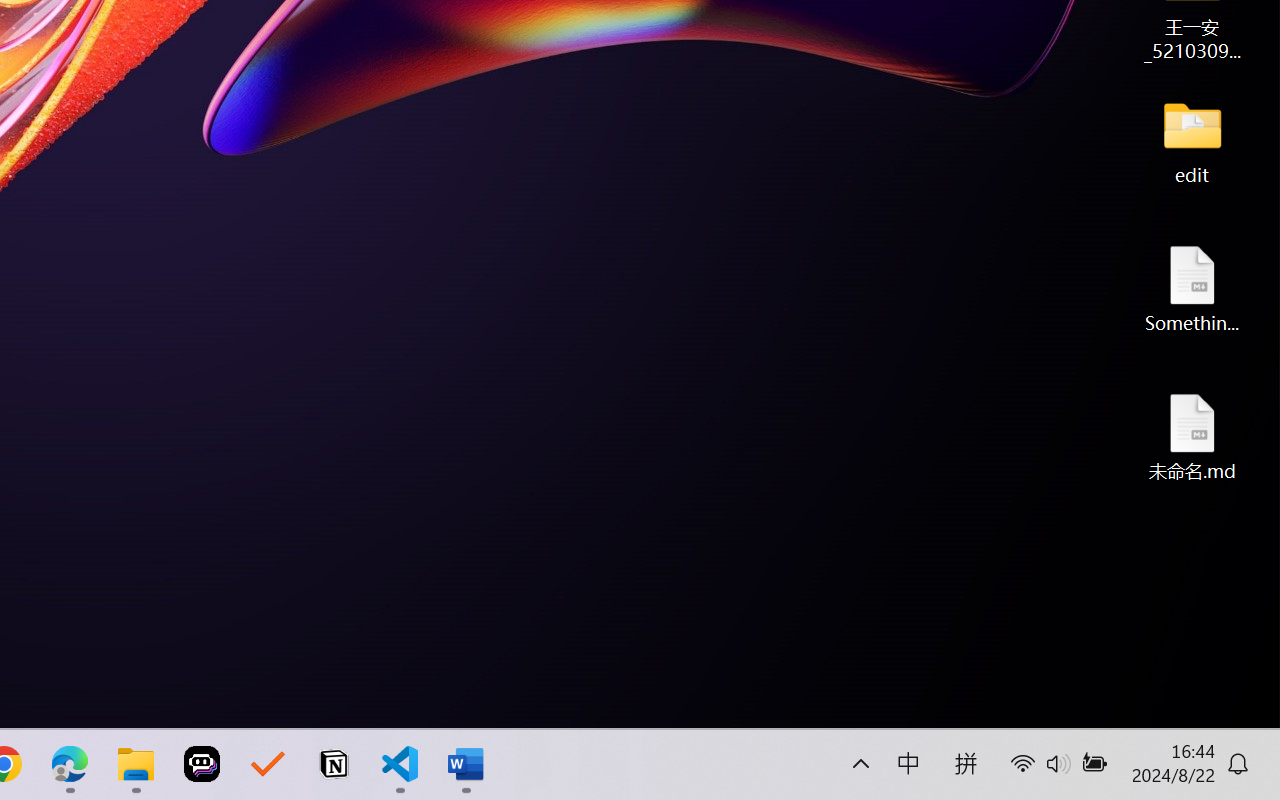  What do you see at coordinates (1192, 288) in the screenshot?
I see `'Something.md'` at bounding box center [1192, 288].